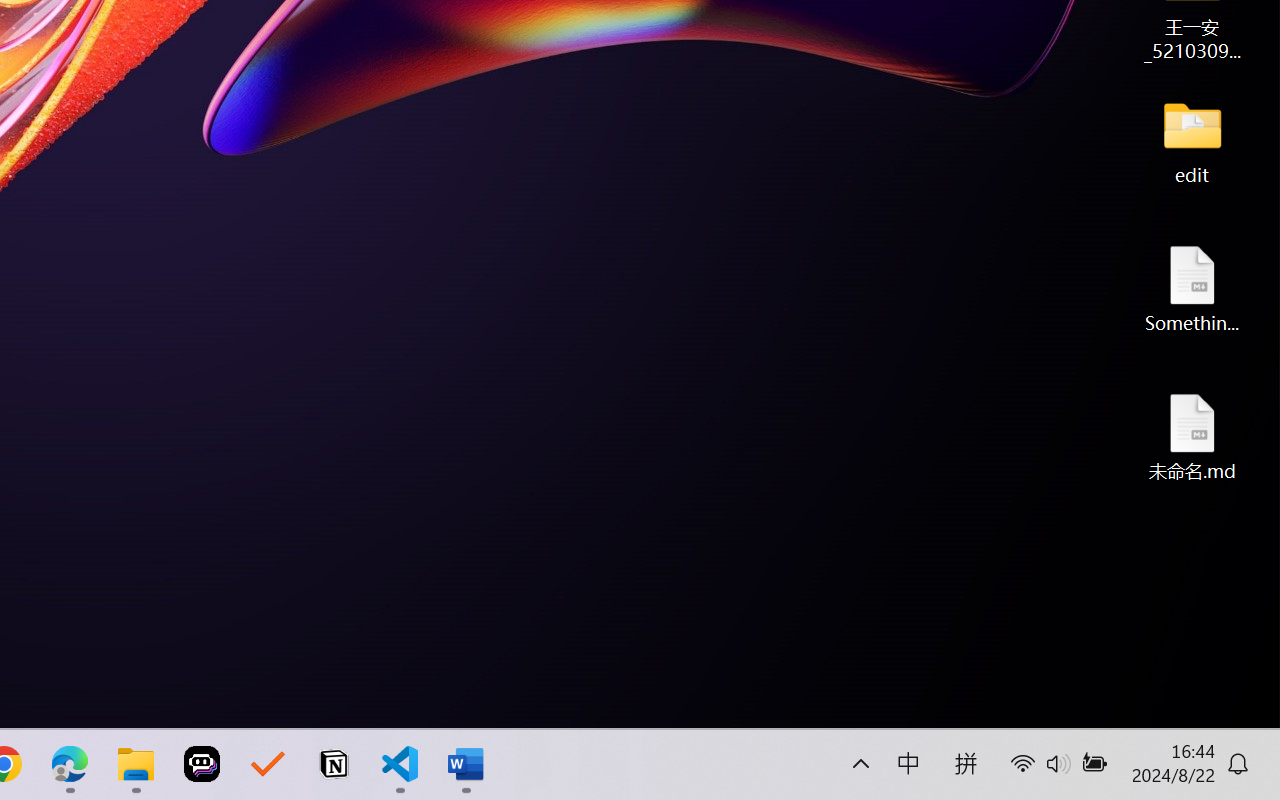  What do you see at coordinates (1192, 288) in the screenshot?
I see `'Something.md'` at bounding box center [1192, 288].